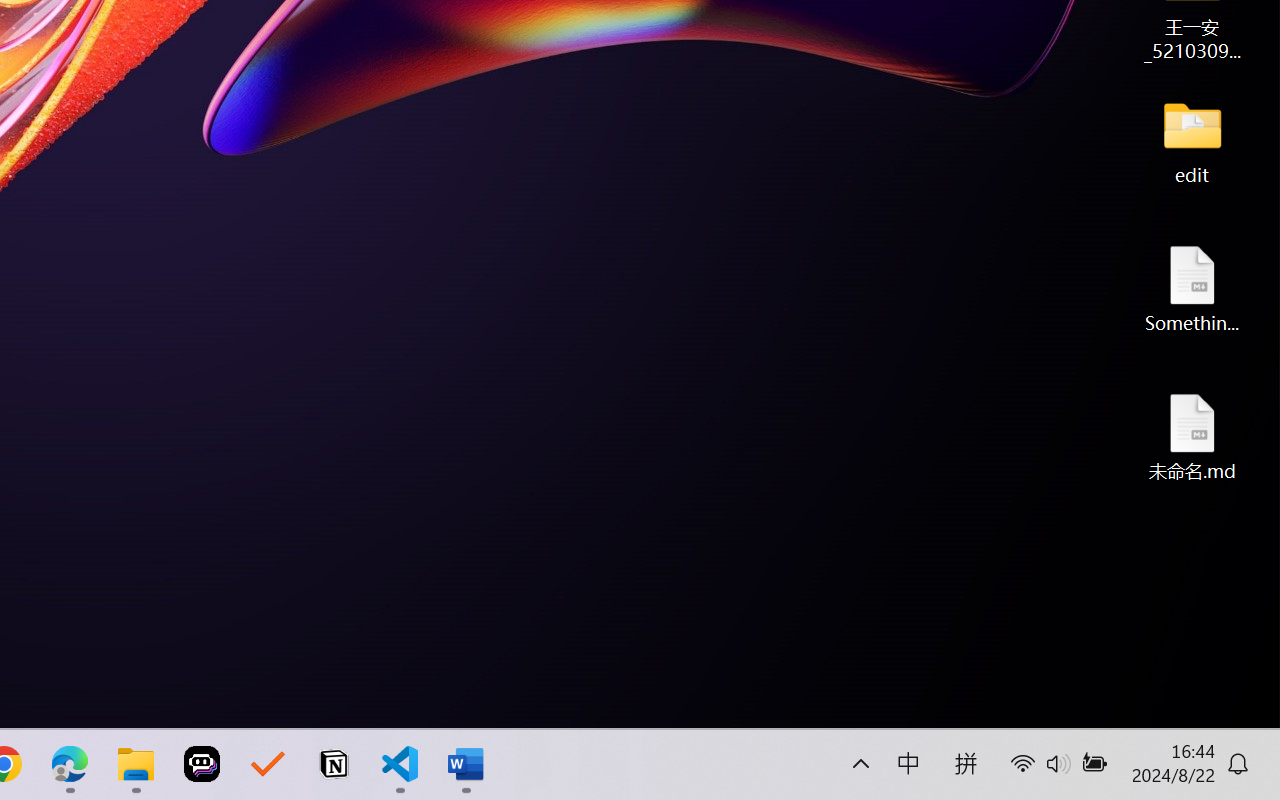  What do you see at coordinates (1192, 288) in the screenshot?
I see `'Something.md'` at bounding box center [1192, 288].